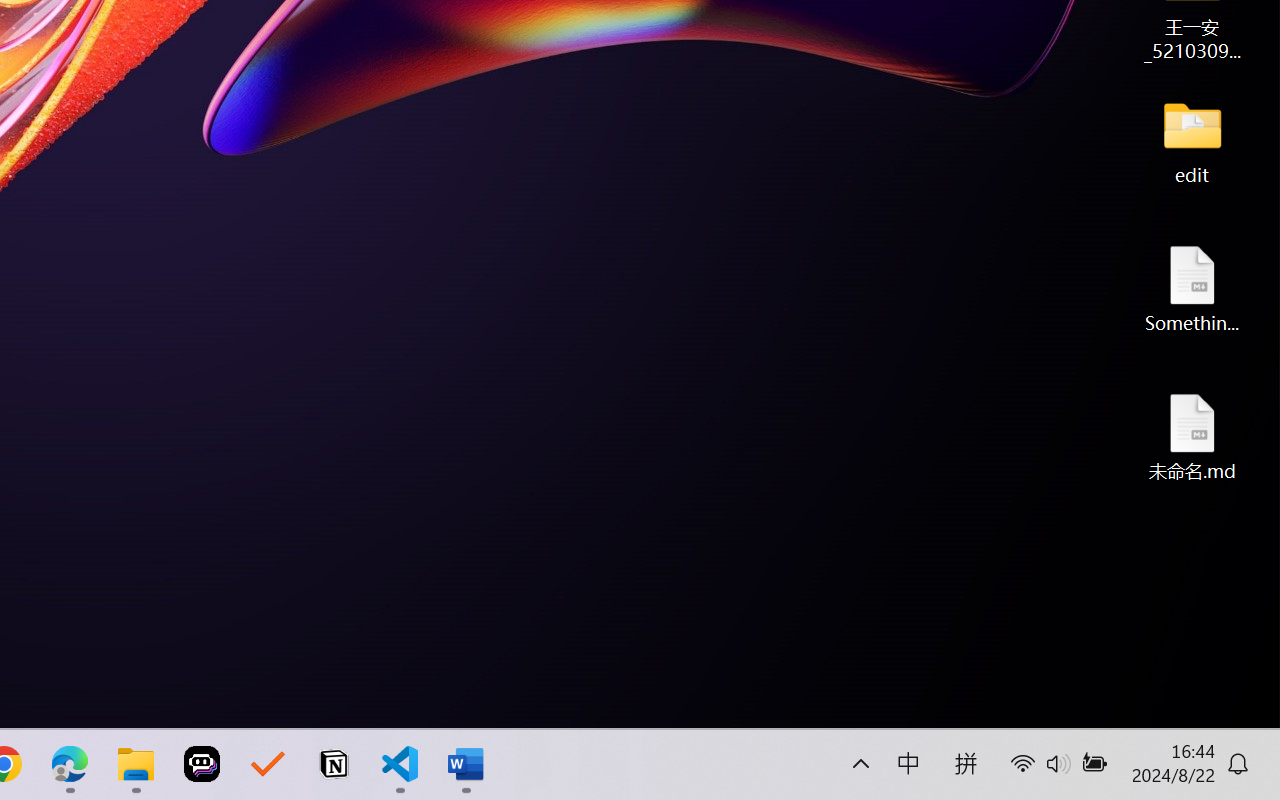  What do you see at coordinates (1192, 288) in the screenshot?
I see `'Something.md'` at bounding box center [1192, 288].